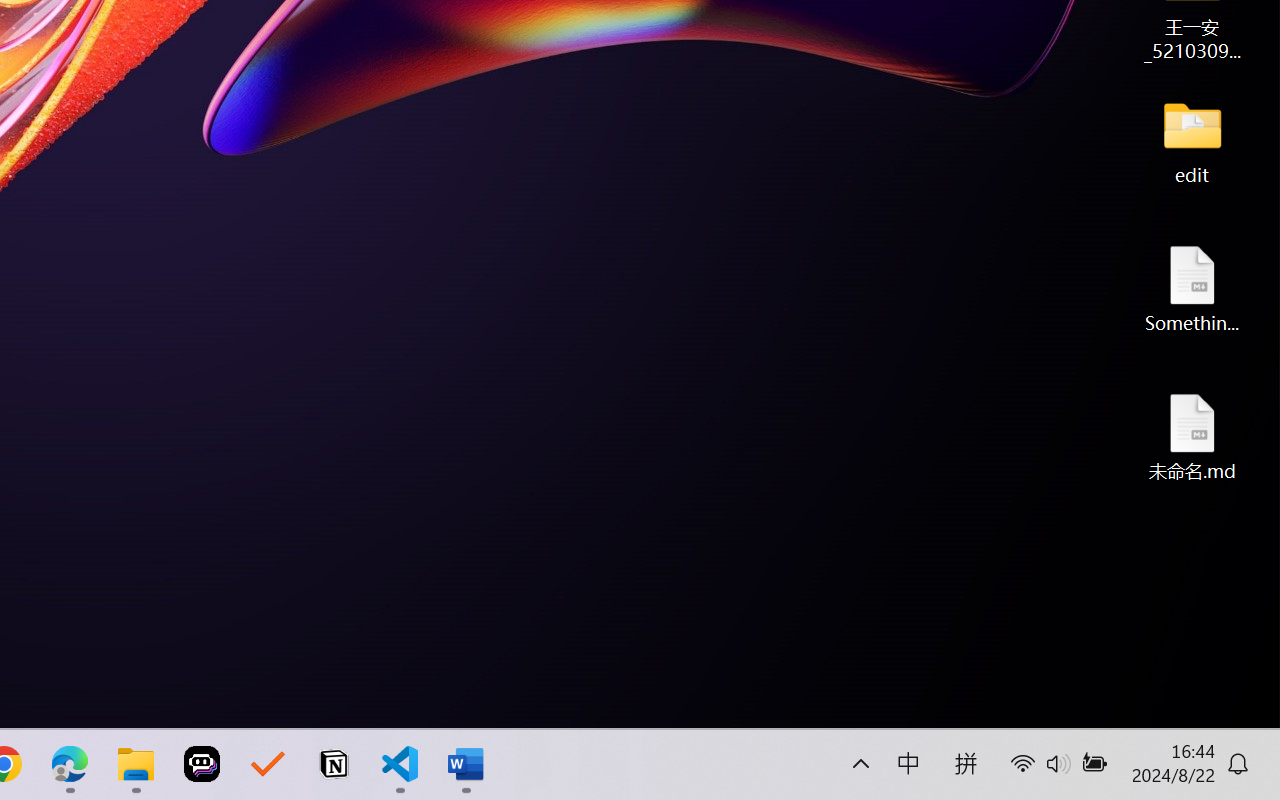  What do you see at coordinates (1192, 288) in the screenshot?
I see `'Something.md'` at bounding box center [1192, 288].